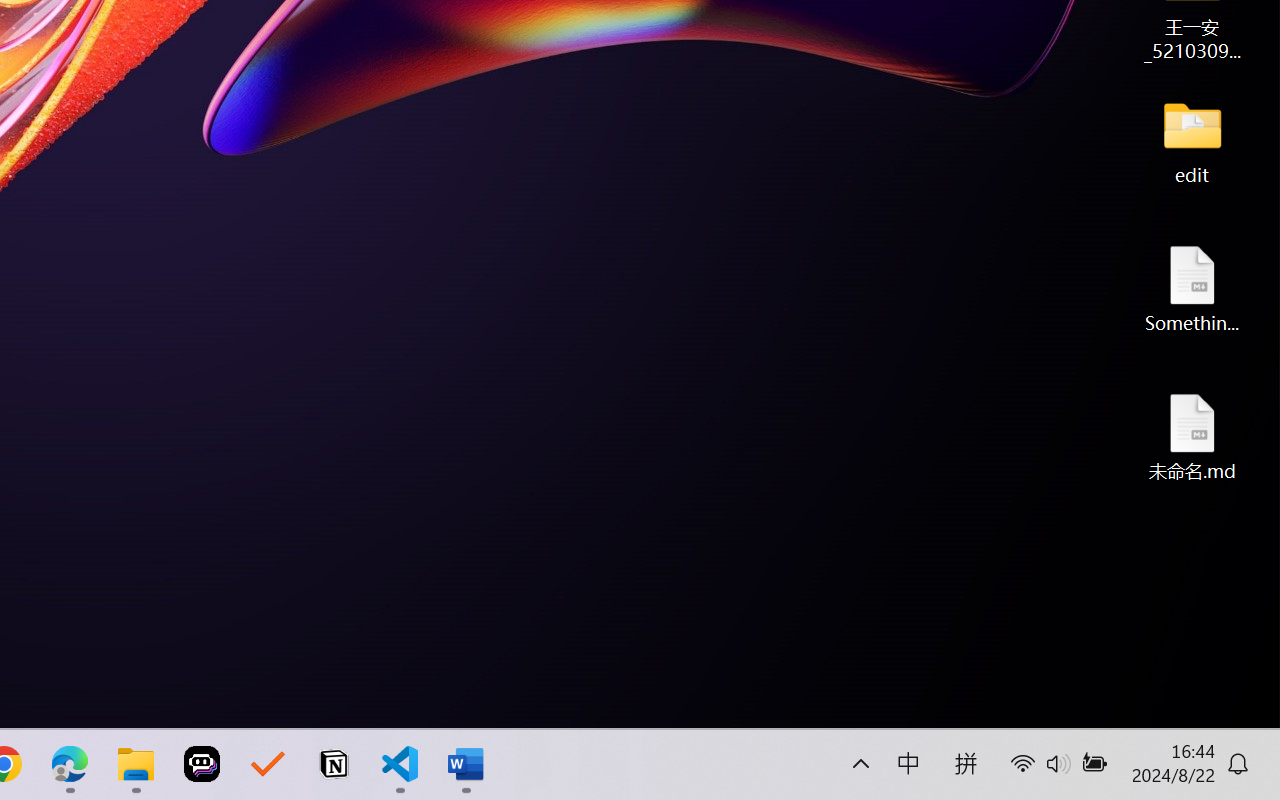  What do you see at coordinates (1192, 288) in the screenshot?
I see `'Something.md'` at bounding box center [1192, 288].